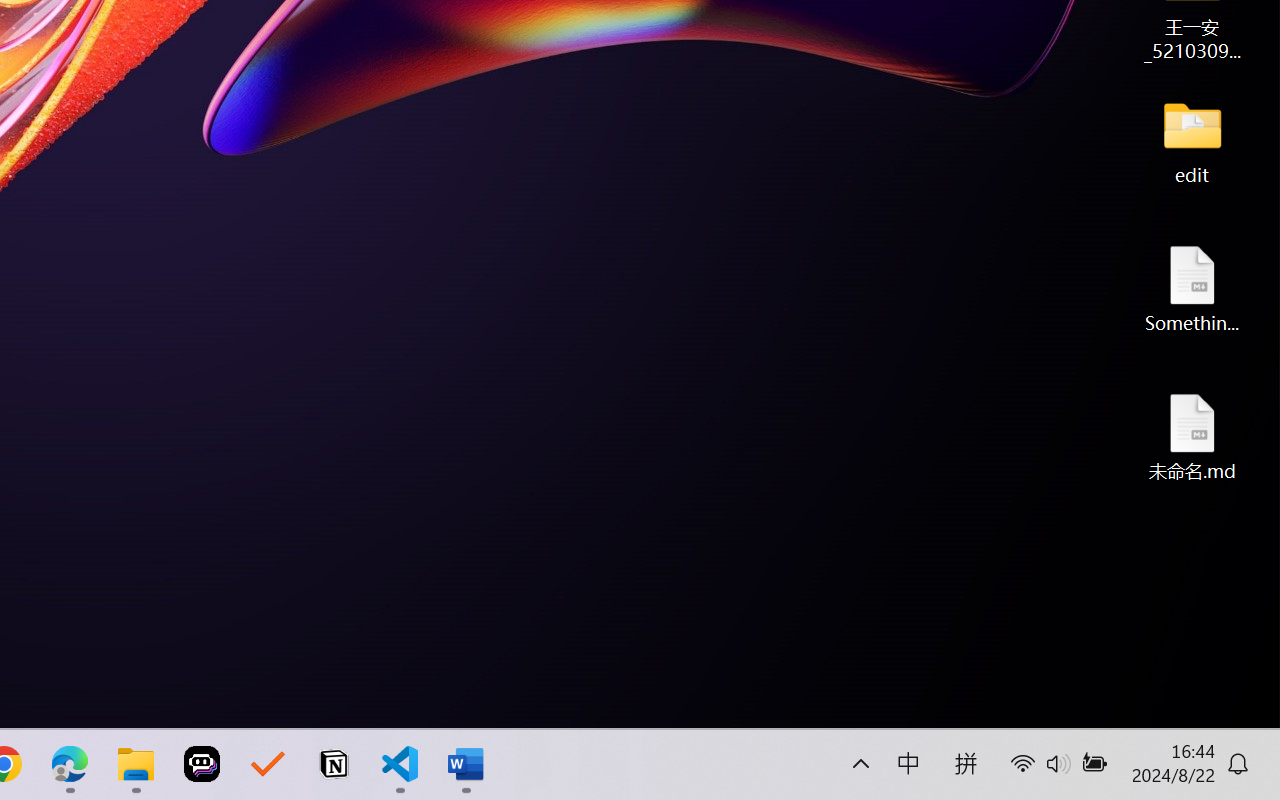  What do you see at coordinates (1192, 288) in the screenshot?
I see `'Something.md'` at bounding box center [1192, 288].